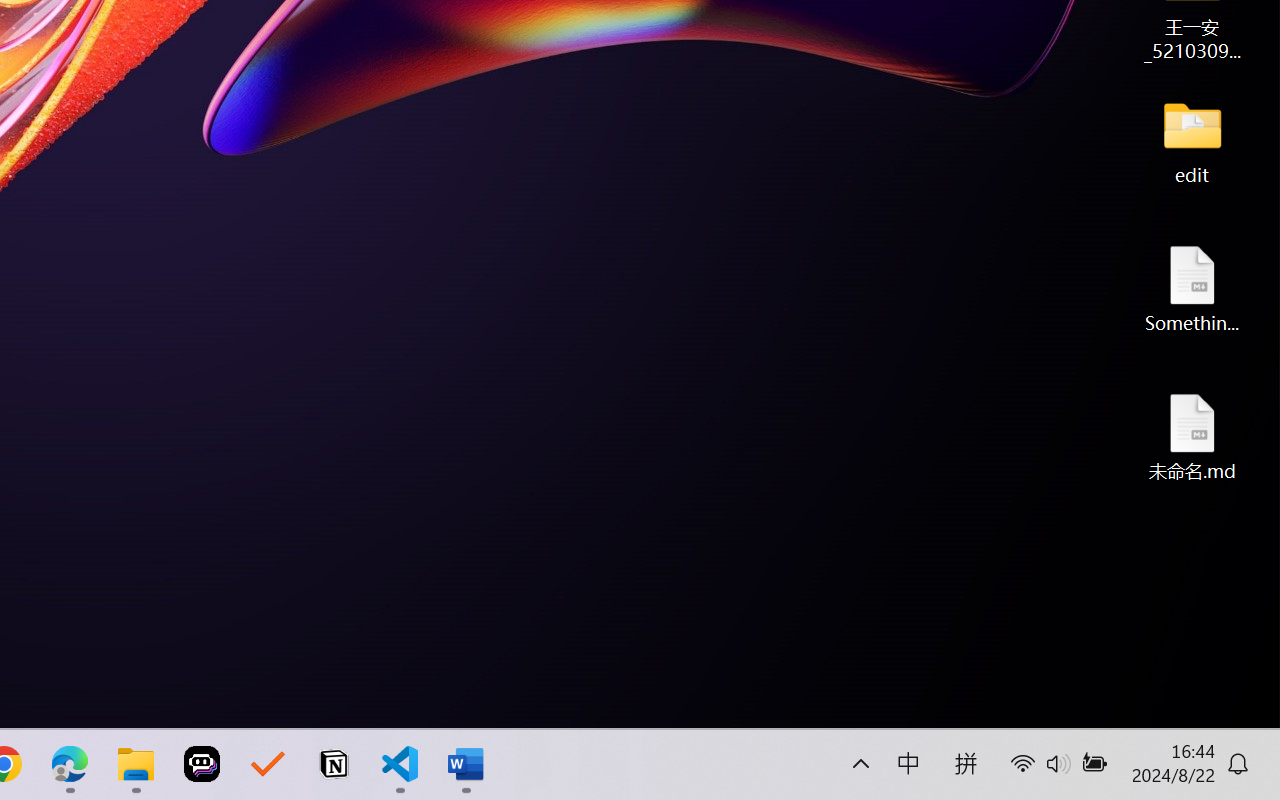  What do you see at coordinates (1192, 288) in the screenshot?
I see `'Something.md'` at bounding box center [1192, 288].